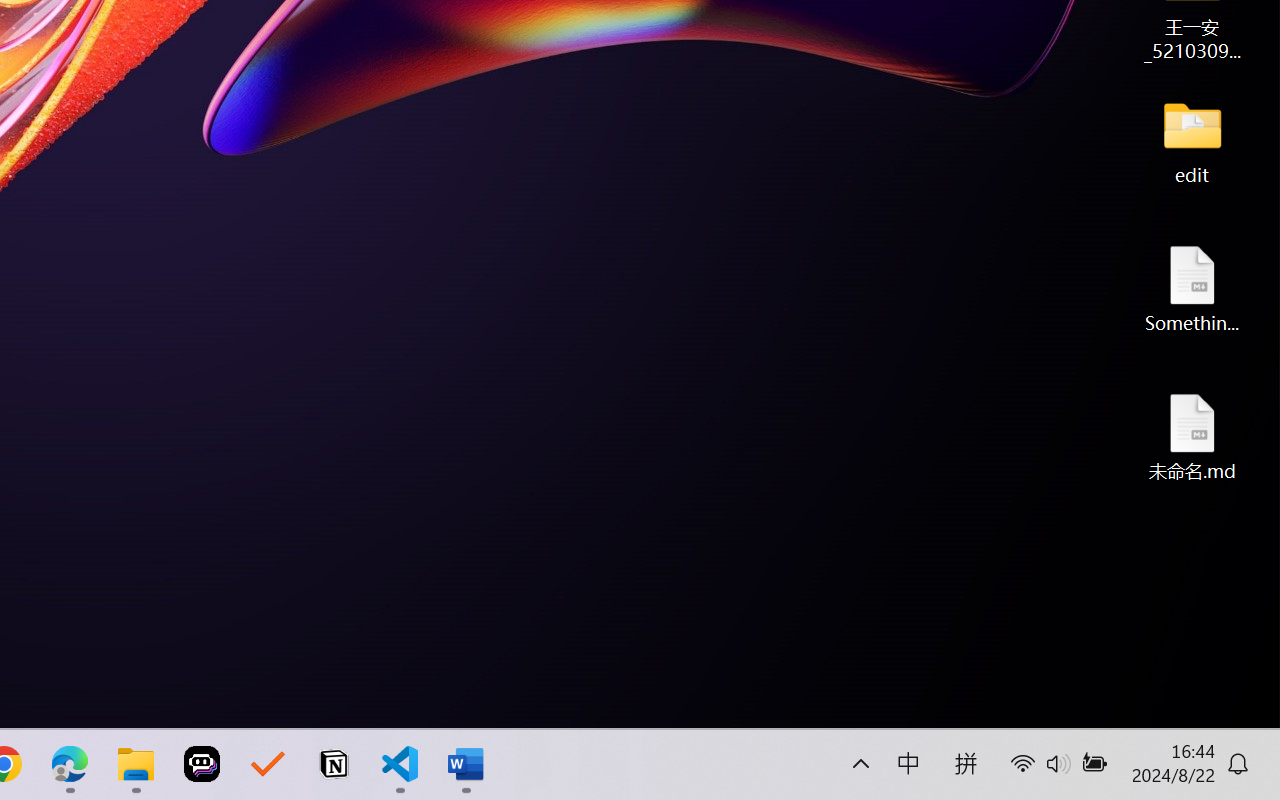  What do you see at coordinates (1192, 288) in the screenshot?
I see `'Something.md'` at bounding box center [1192, 288].